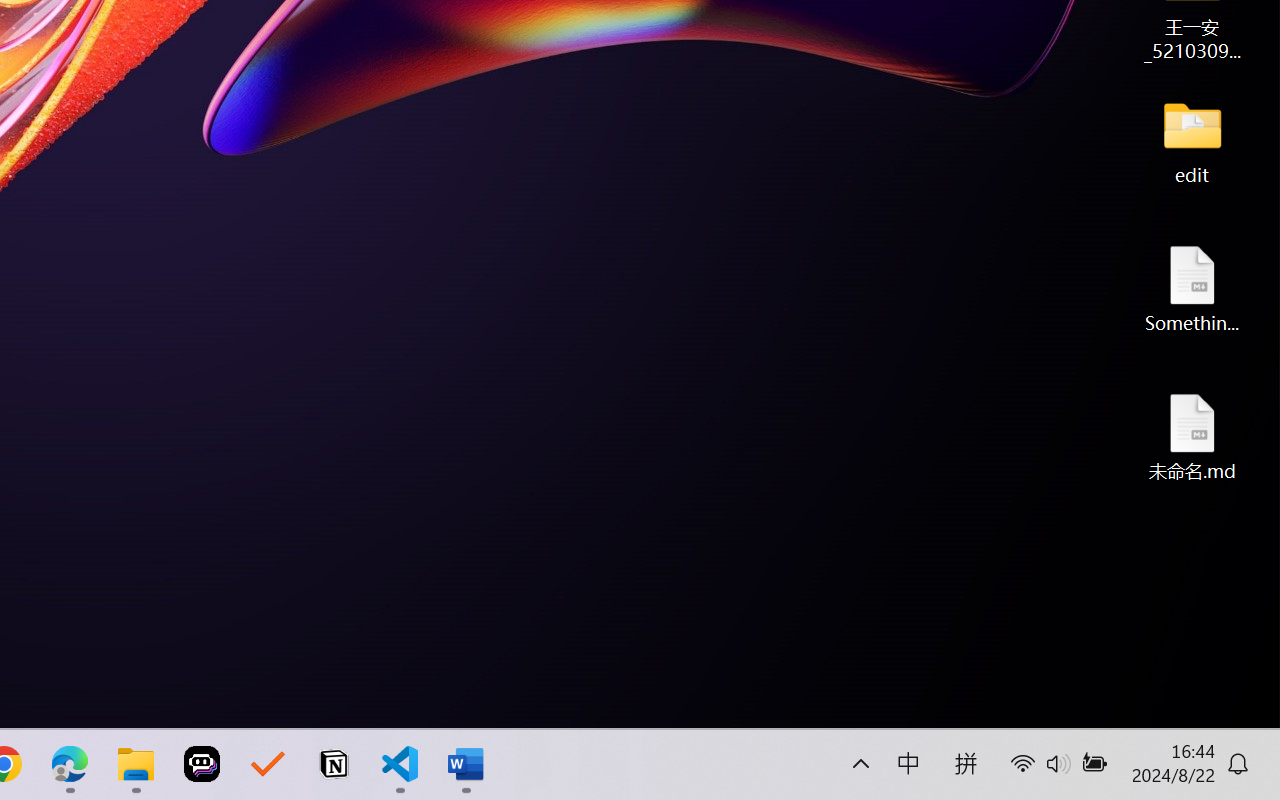  What do you see at coordinates (1192, 288) in the screenshot?
I see `'Something.md'` at bounding box center [1192, 288].